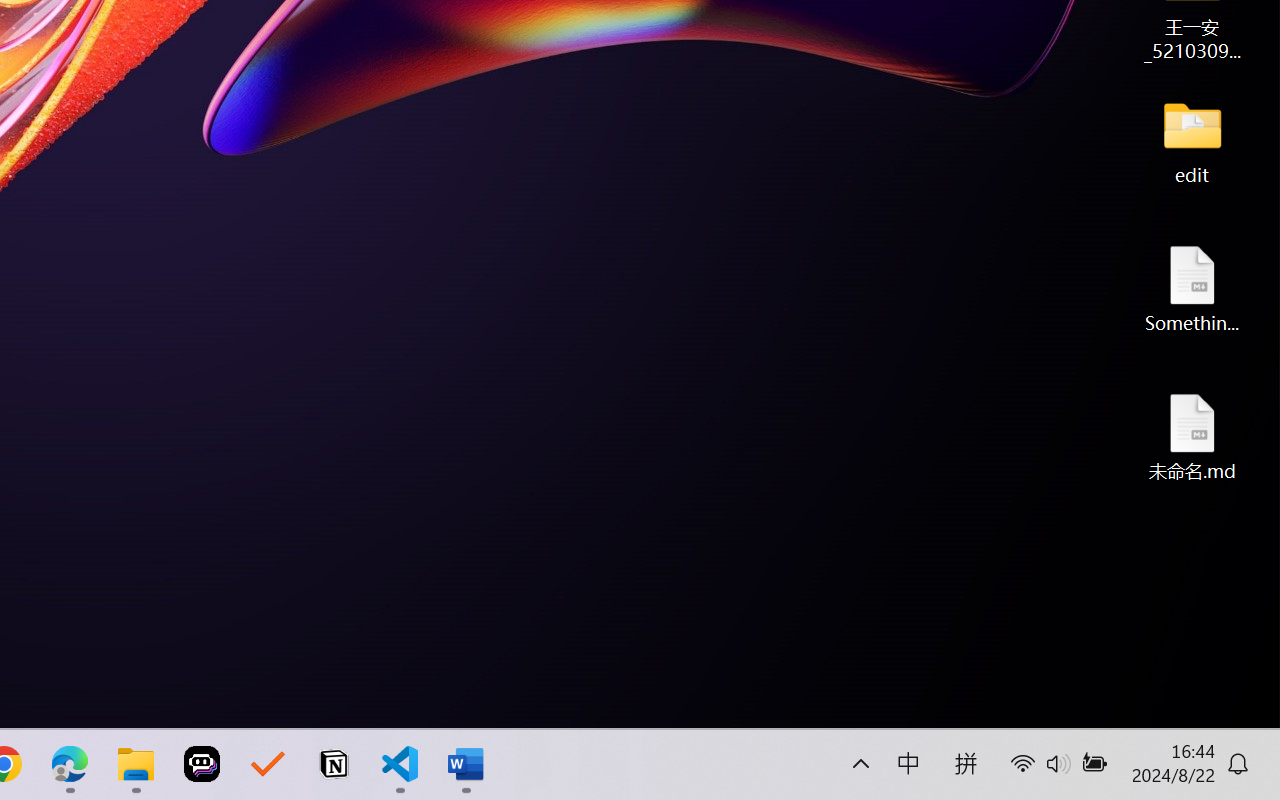  What do you see at coordinates (1192, 288) in the screenshot?
I see `'Something.md'` at bounding box center [1192, 288].